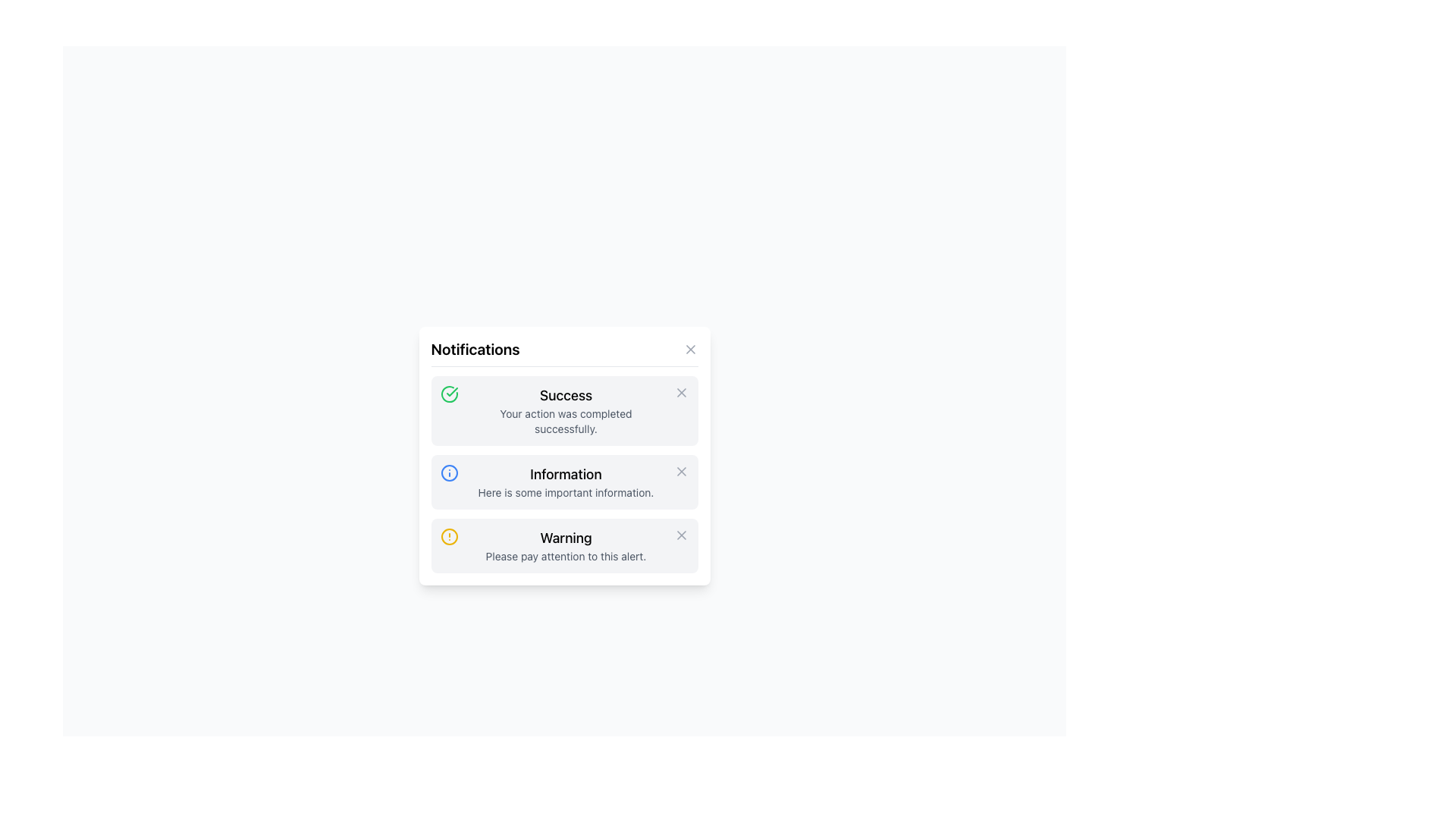 The height and width of the screenshot is (819, 1456). I want to click on the informational icon on the left side of the notification labeled 'Information' within the blue-themed notification card in the 'Notifications' panel, so click(448, 472).